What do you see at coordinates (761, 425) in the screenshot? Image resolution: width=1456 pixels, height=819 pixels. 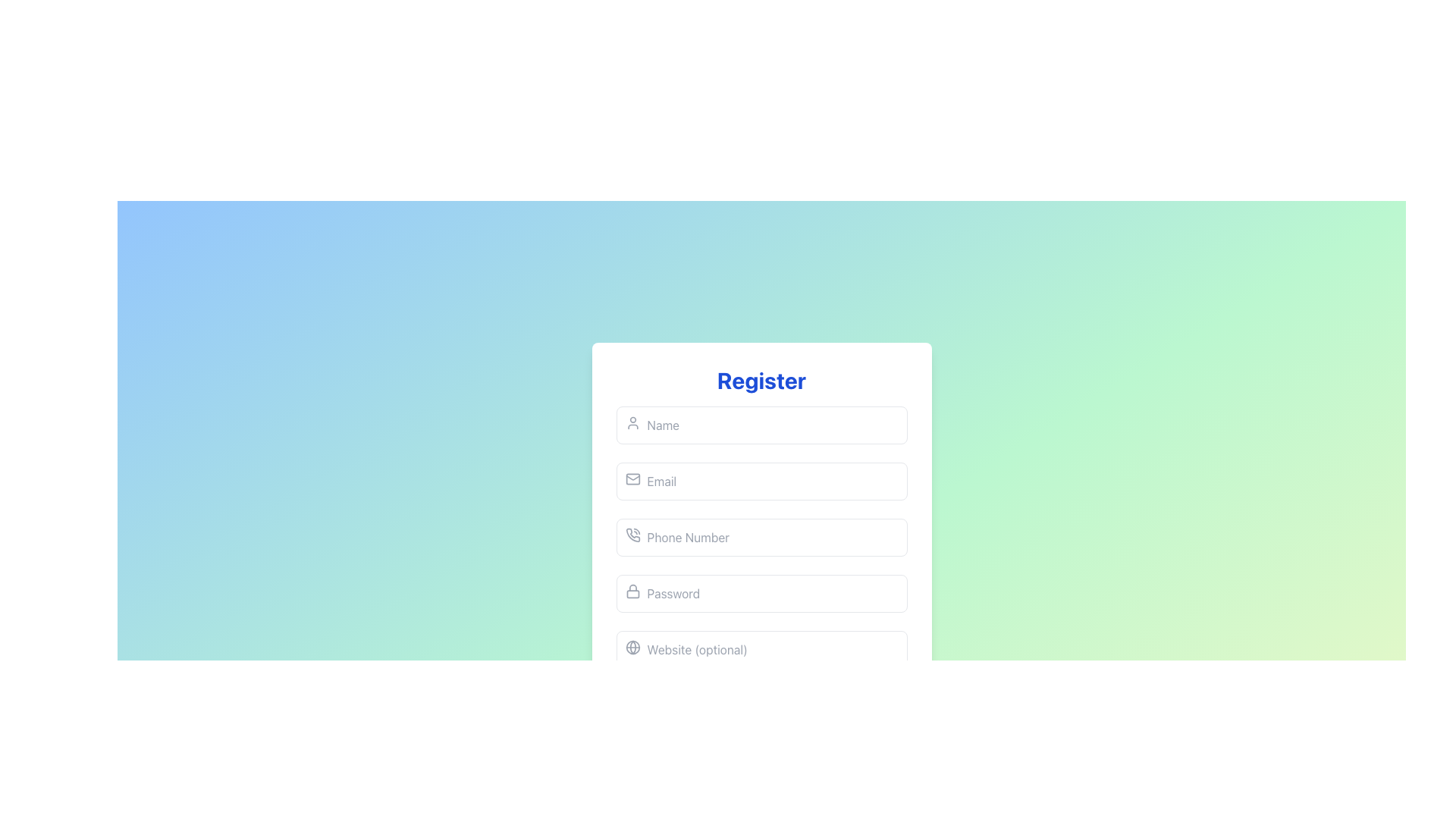 I see `the text input field for 'Name' under the 'Register' title by tabbing to it` at bounding box center [761, 425].